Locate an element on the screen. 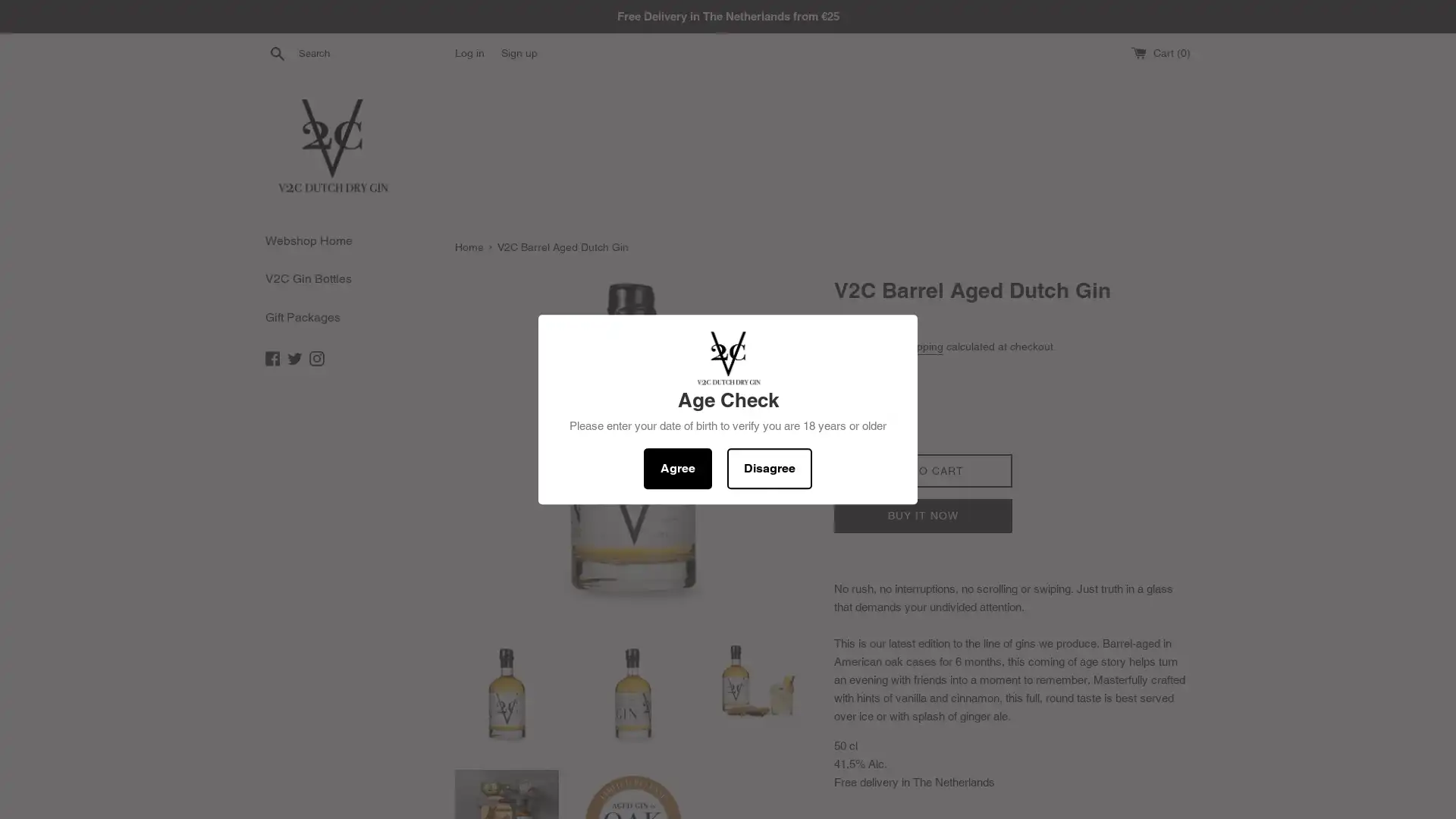  ADD TO CART is located at coordinates (922, 469).